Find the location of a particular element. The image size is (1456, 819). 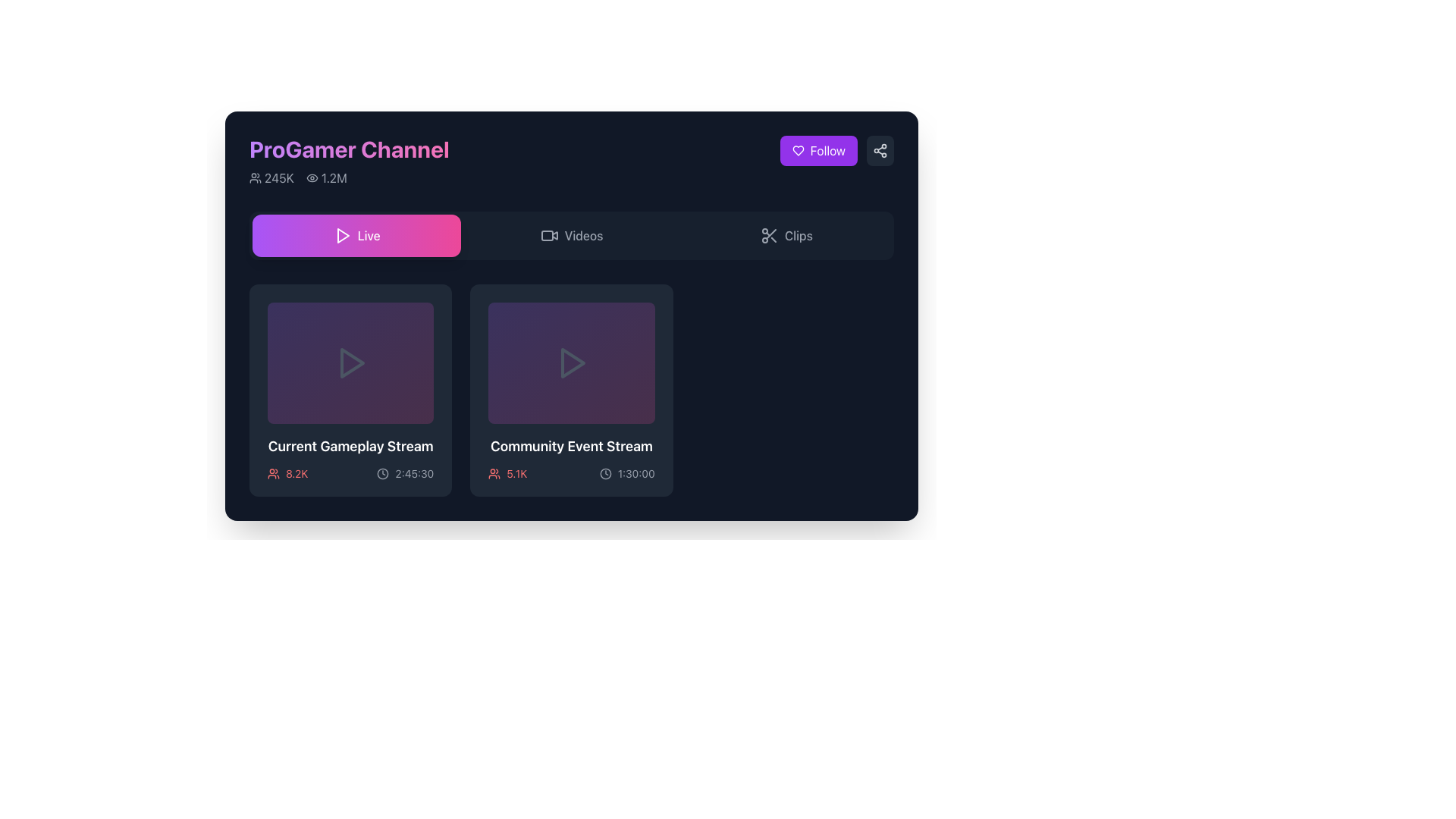

the 'Videos' text label, which is styled with medium font weight and gray color, located in the horizontal menu bar between the 'Live' button and 'Clips' menu item is located at coordinates (582, 236).